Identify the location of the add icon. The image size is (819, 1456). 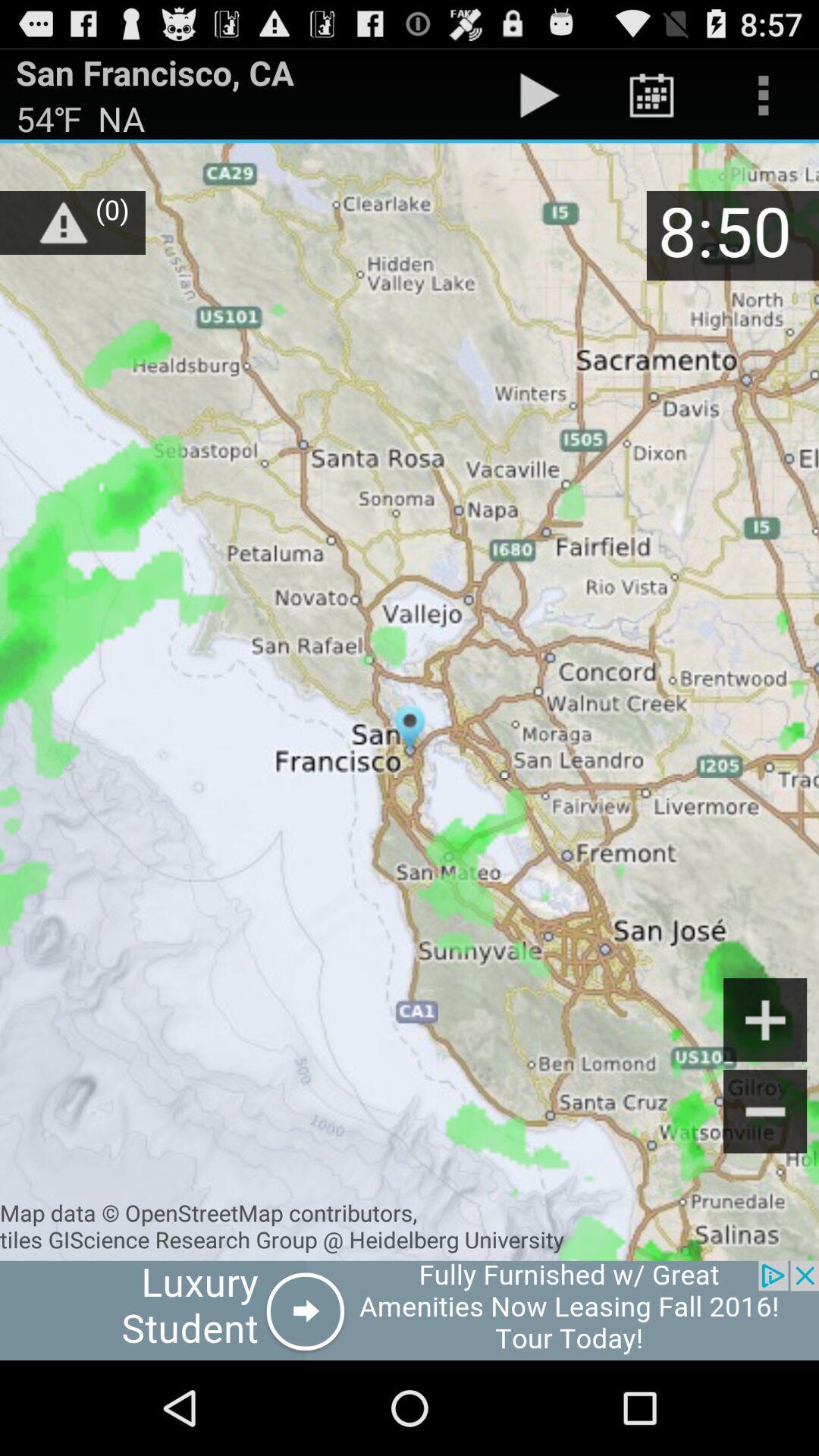
(765, 1090).